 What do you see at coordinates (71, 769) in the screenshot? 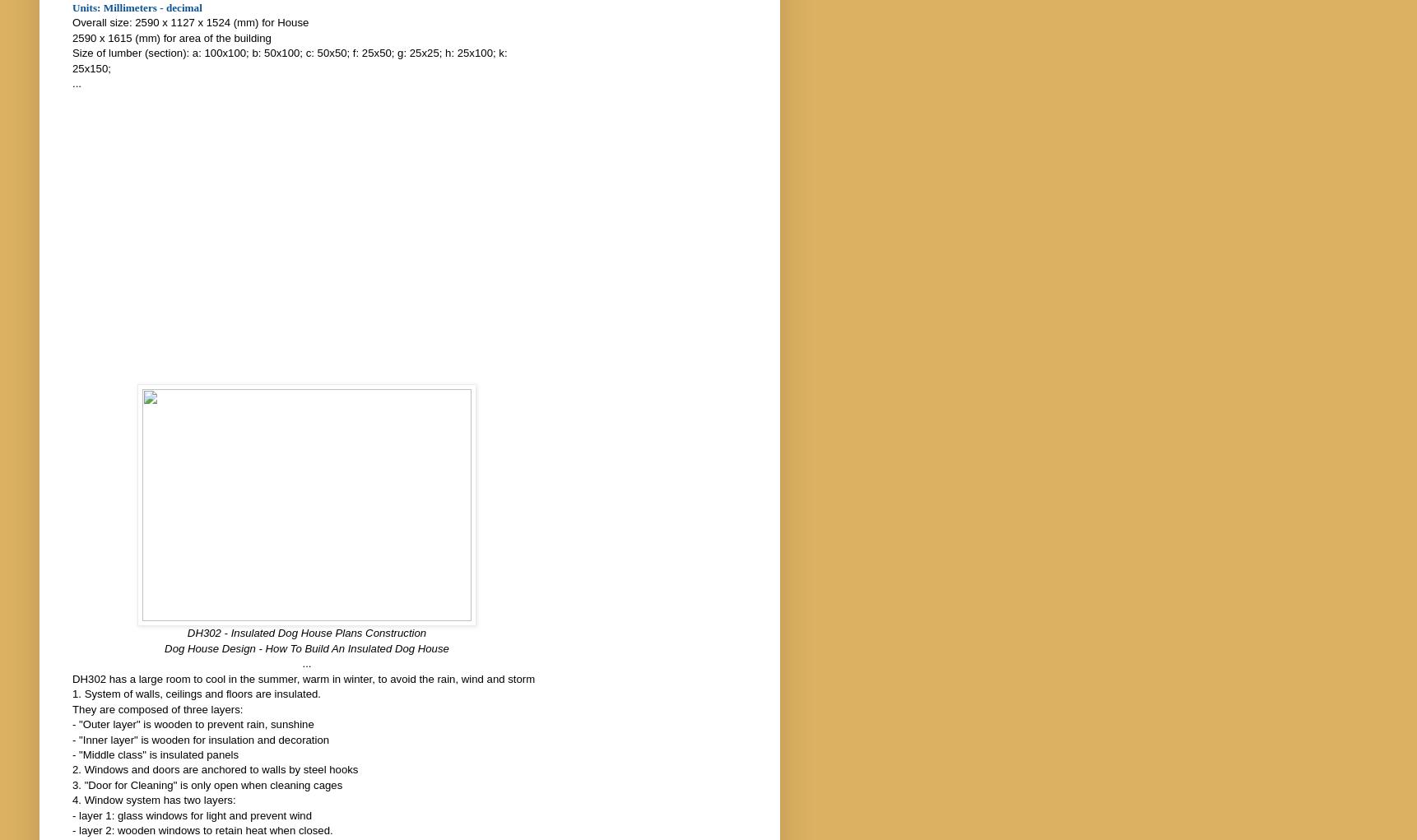
I see `'2. Windows and doors are anchored to walls by steel hooks'` at bounding box center [71, 769].